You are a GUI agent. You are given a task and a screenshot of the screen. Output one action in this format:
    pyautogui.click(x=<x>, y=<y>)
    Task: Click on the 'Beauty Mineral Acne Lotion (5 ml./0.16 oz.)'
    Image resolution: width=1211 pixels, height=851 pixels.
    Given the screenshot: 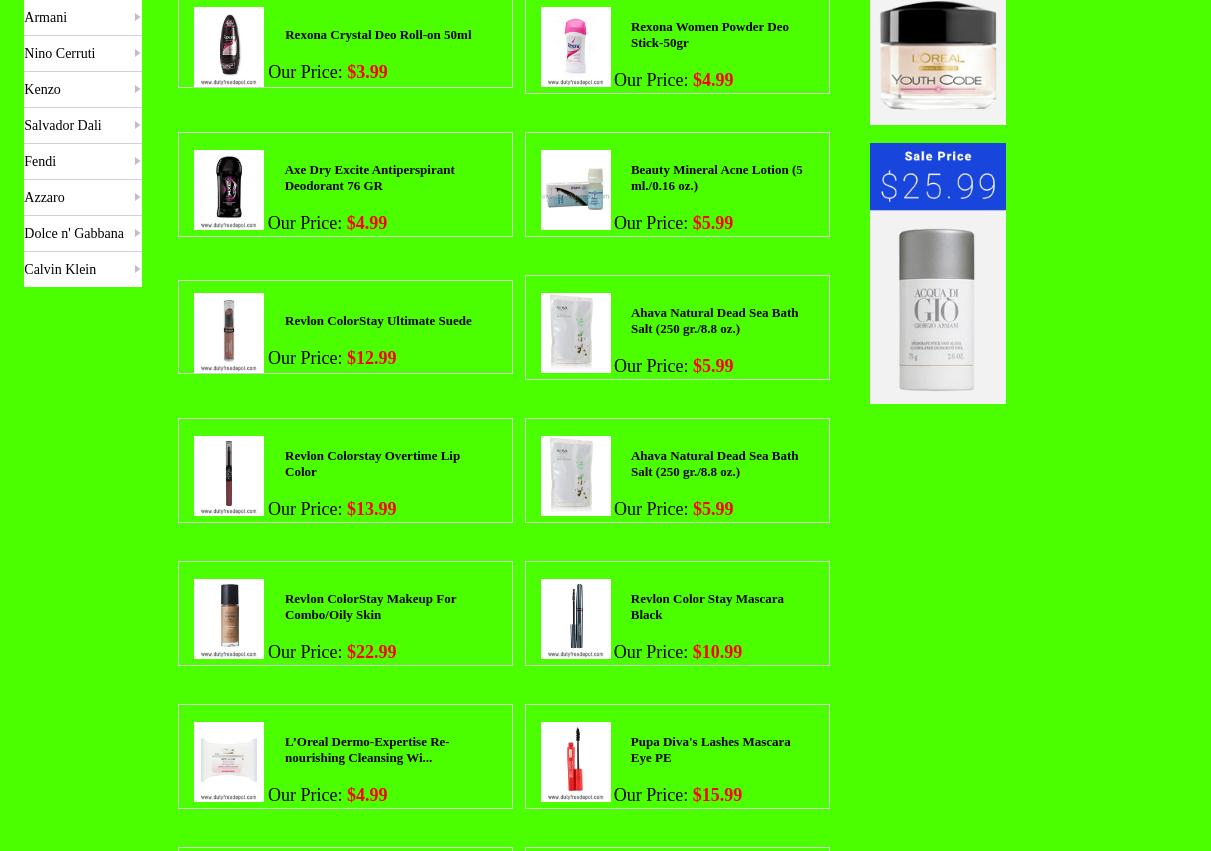 What is the action you would take?
    pyautogui.click(x=714, y=175)
    